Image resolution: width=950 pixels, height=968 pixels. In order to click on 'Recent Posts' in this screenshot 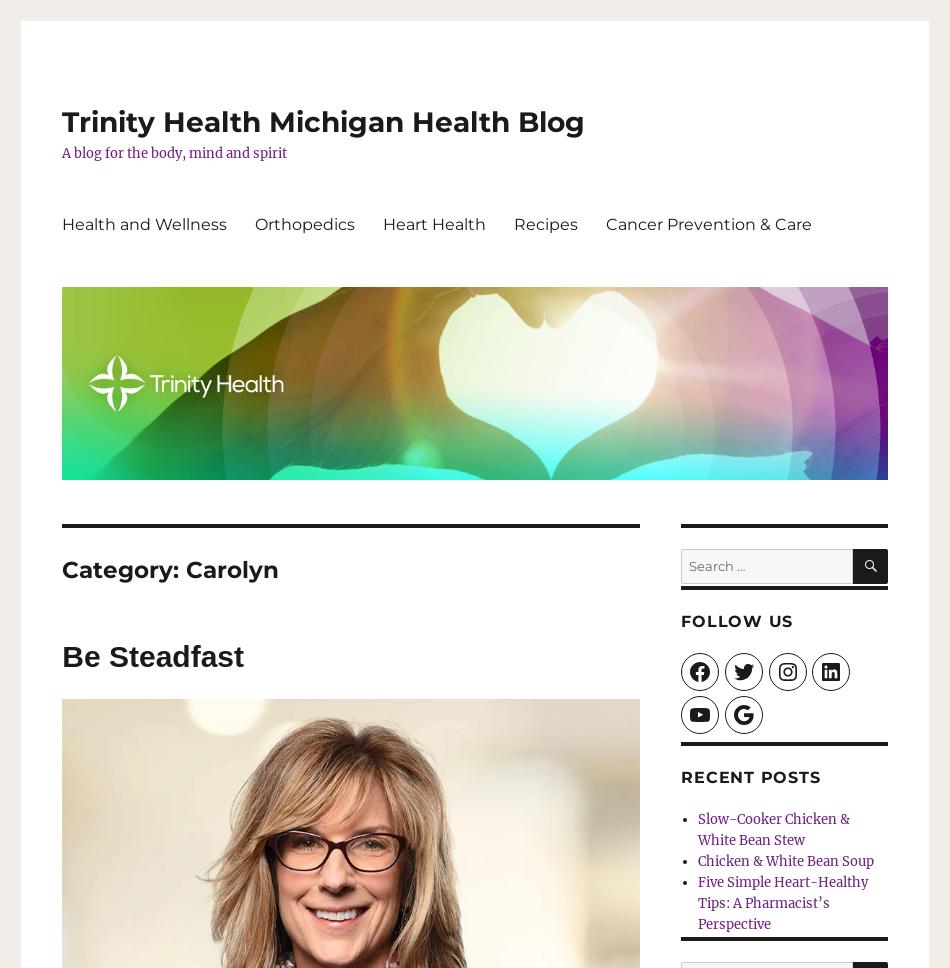, I will do `click(749, 775)`.